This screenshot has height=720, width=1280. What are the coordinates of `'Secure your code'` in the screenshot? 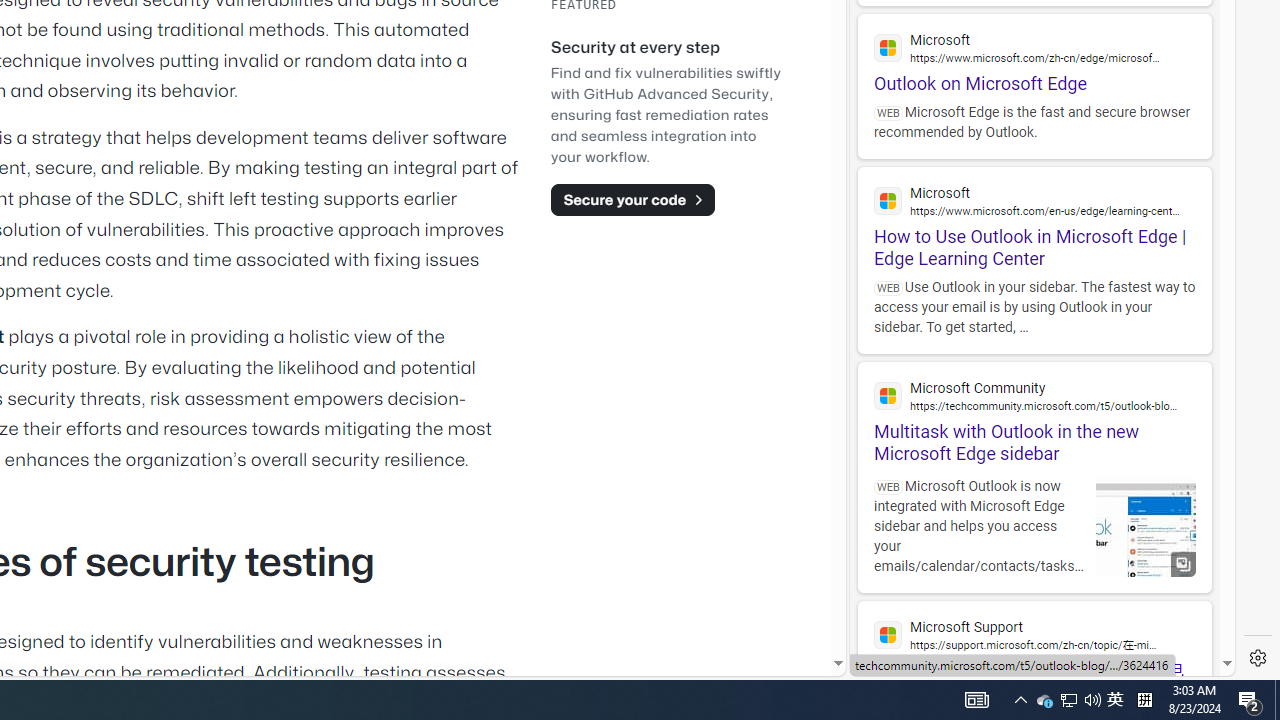 It's located at (631, 199).